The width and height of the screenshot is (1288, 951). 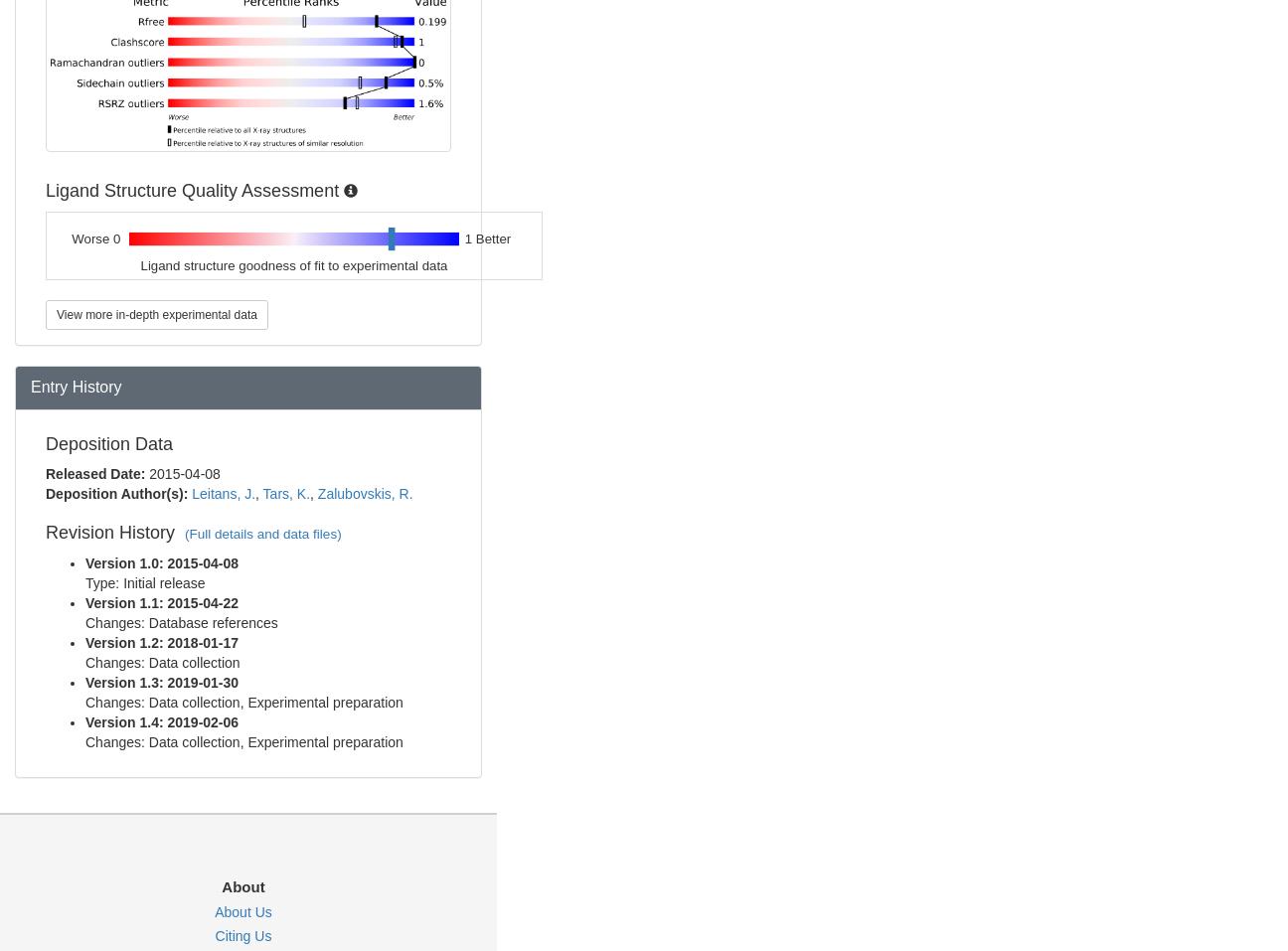 I want to click on 'Version 1.3: 2019-01-30', so click(x=161, y=683).